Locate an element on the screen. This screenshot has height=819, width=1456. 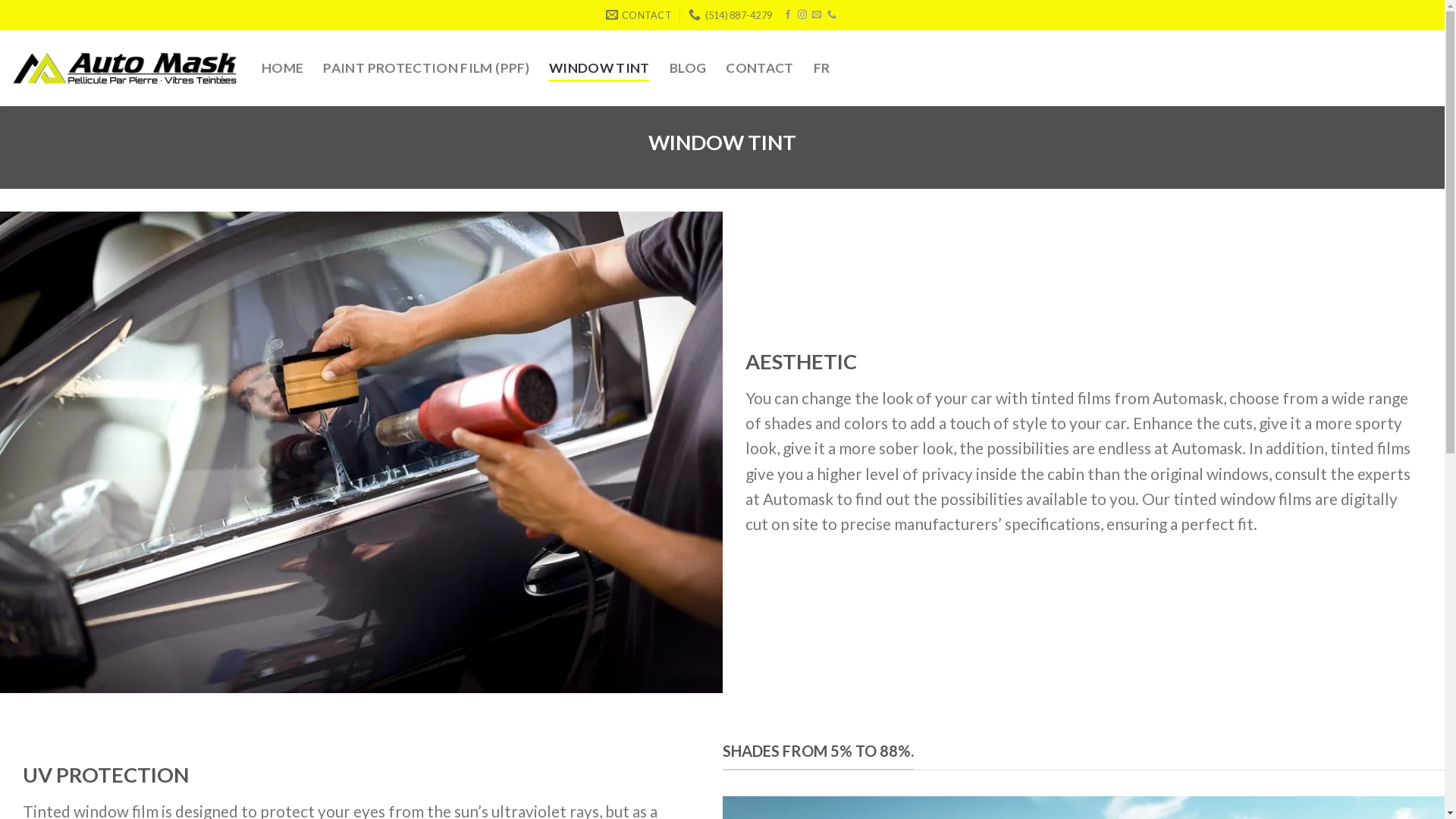
'Follow on Instagram' is located at coordinates (796, 14).